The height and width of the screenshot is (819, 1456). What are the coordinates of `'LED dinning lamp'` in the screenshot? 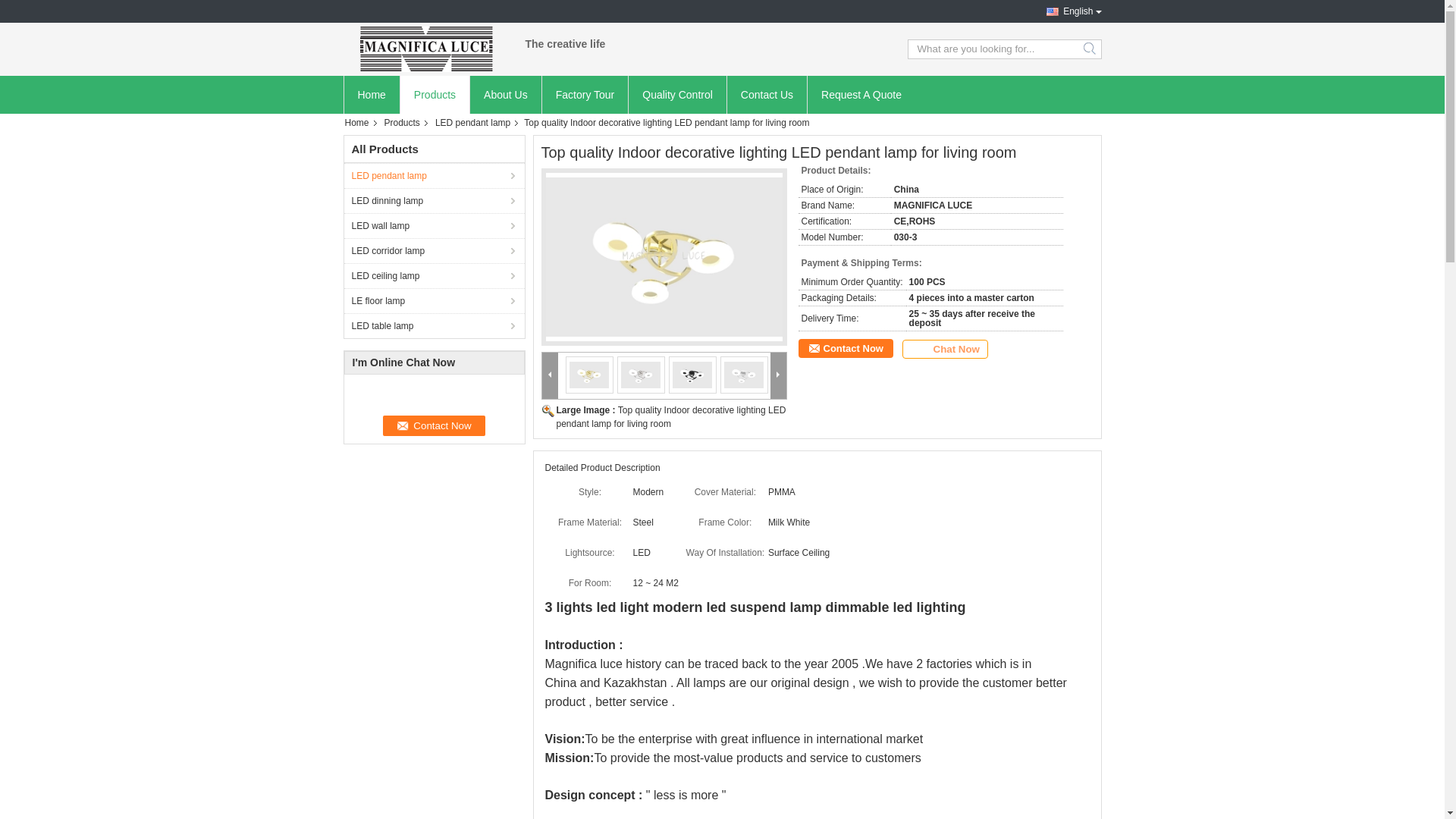 It's located at (433, 199).